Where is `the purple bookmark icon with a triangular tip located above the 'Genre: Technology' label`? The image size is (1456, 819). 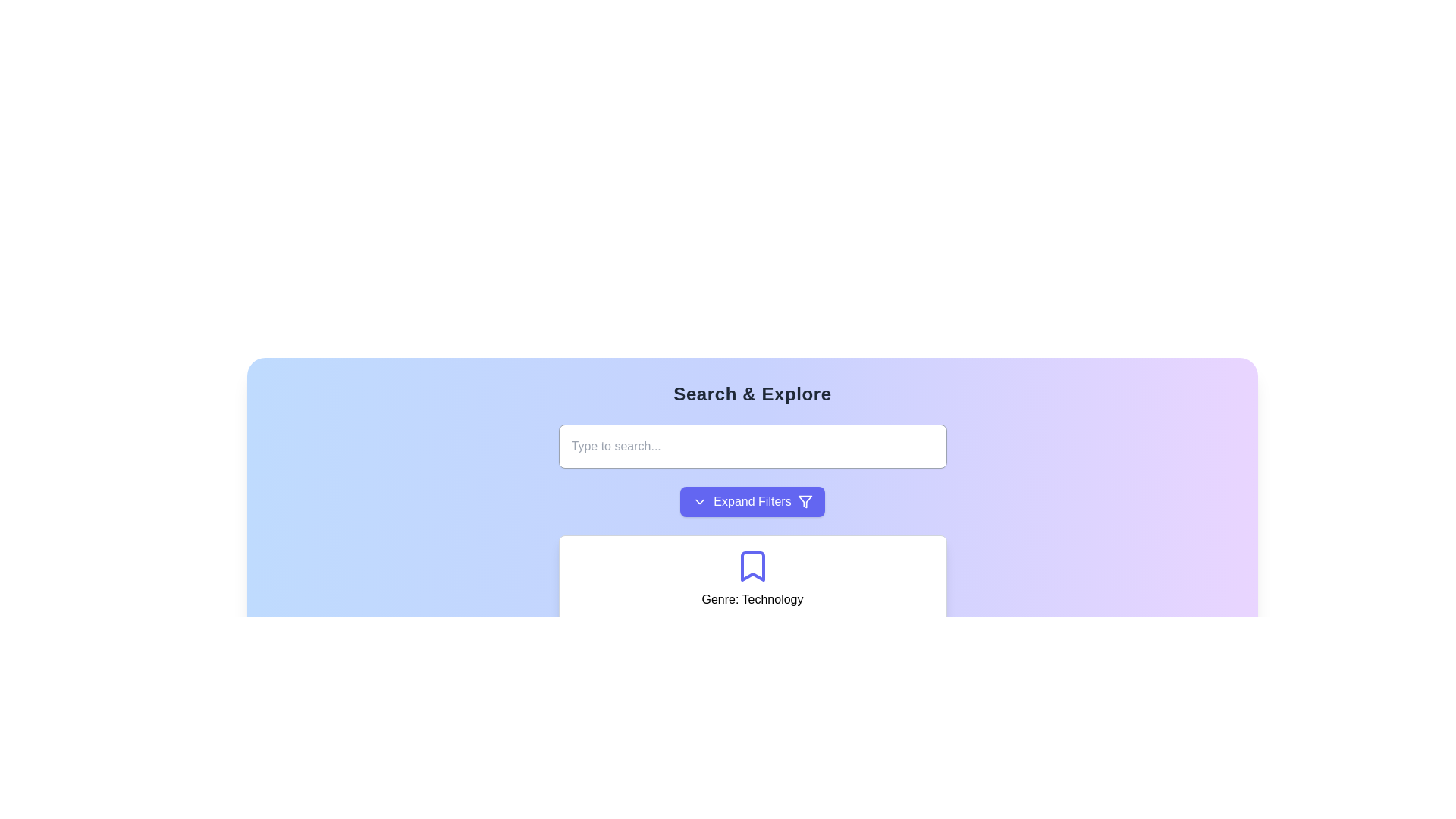 the purple bookmark icon with a triangular tip located above the 'Genre: Technology' label is located at coordinates (752, 566).